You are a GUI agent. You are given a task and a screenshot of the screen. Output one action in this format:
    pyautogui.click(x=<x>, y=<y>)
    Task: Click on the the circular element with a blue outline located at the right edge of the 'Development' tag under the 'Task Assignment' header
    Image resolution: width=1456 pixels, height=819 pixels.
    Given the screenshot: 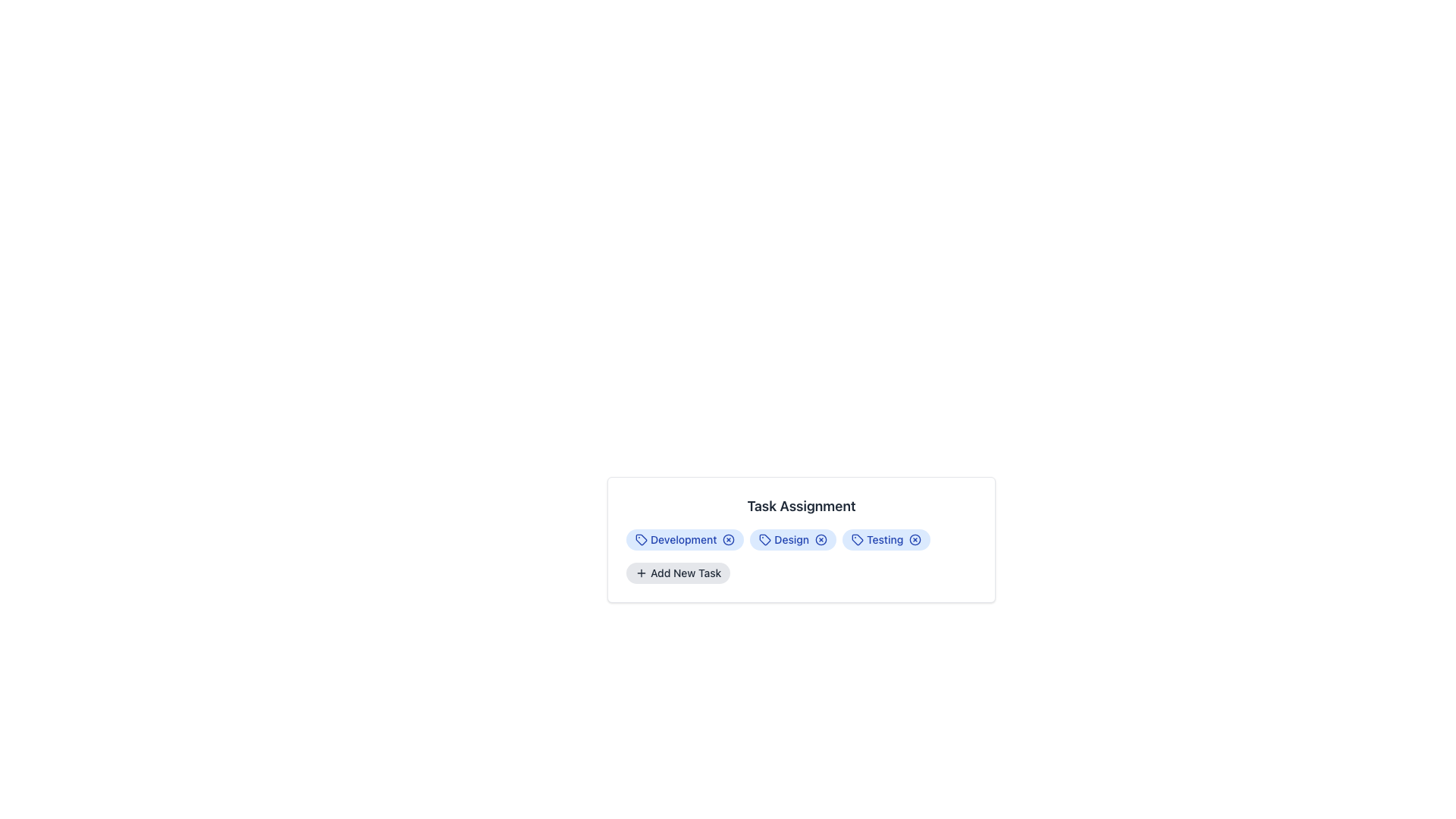 What is the action you would take?
    pyautogui.click(x=729, y=539)
    